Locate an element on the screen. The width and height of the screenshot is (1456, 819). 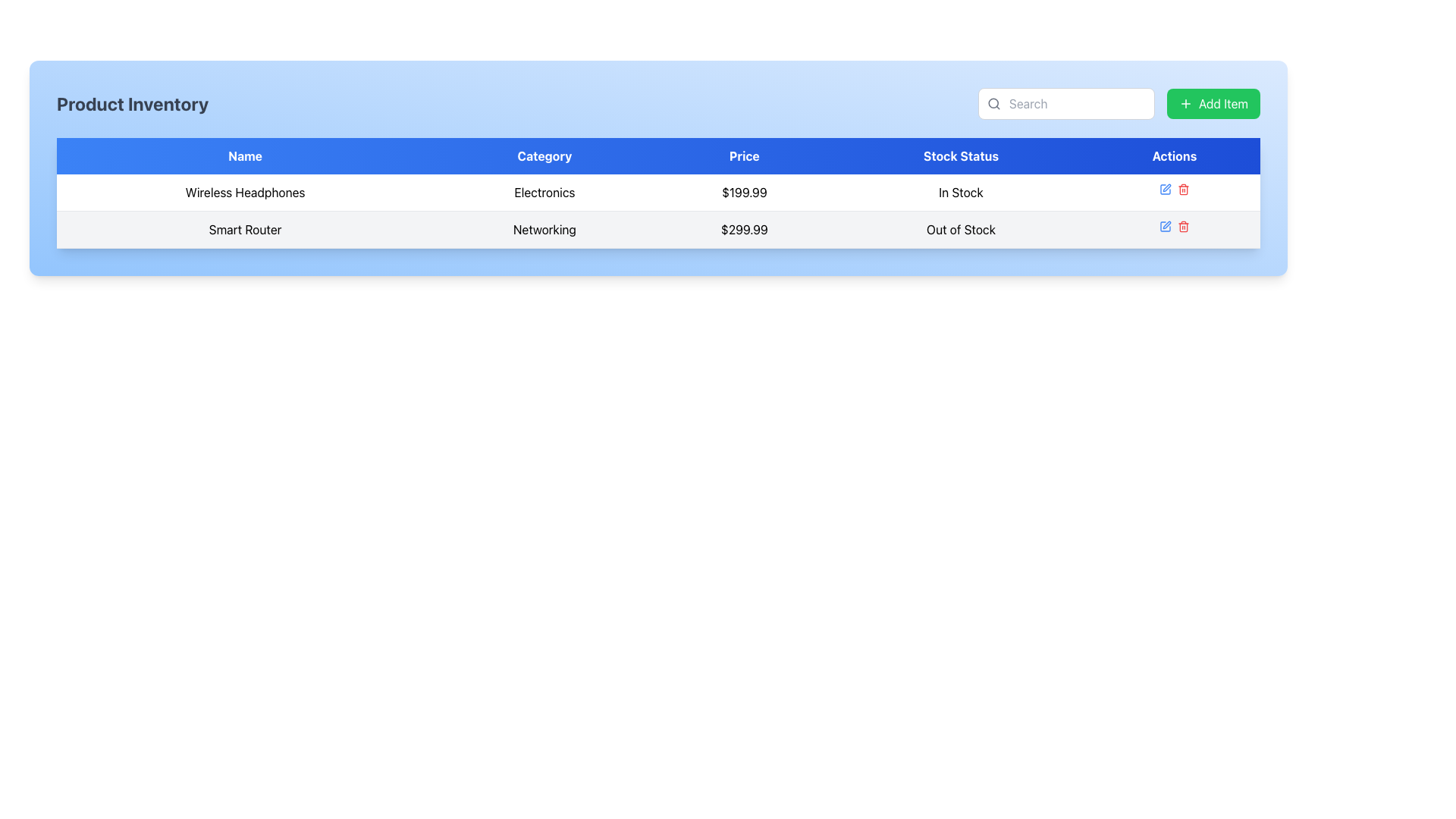
the 'Price' column header, which is the third column header from the left in the table layout, located between 'Category' and 'Stock Status' is located at coordinates (744, 155).